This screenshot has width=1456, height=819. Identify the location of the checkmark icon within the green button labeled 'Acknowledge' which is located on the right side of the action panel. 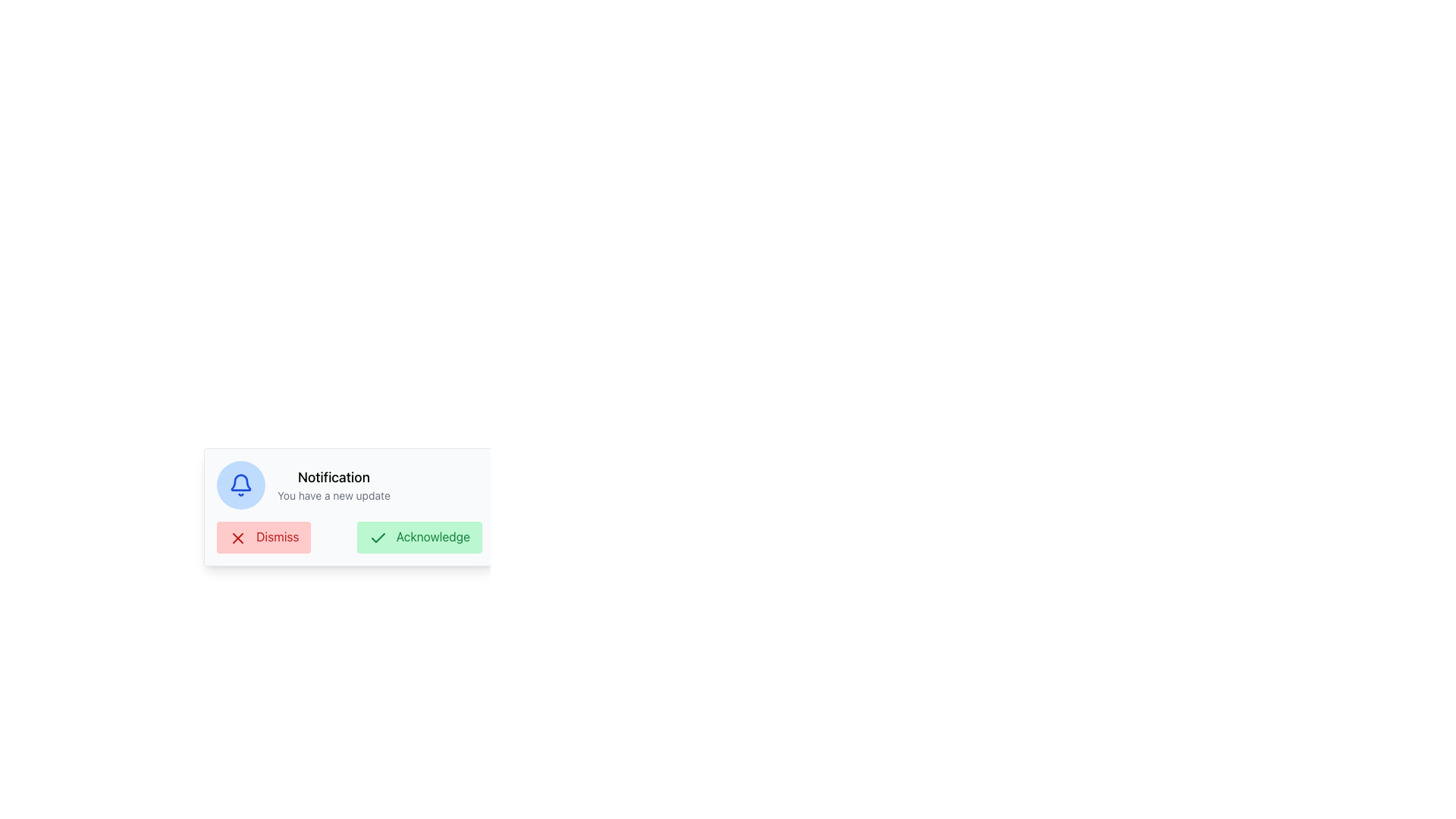
(378, 537).